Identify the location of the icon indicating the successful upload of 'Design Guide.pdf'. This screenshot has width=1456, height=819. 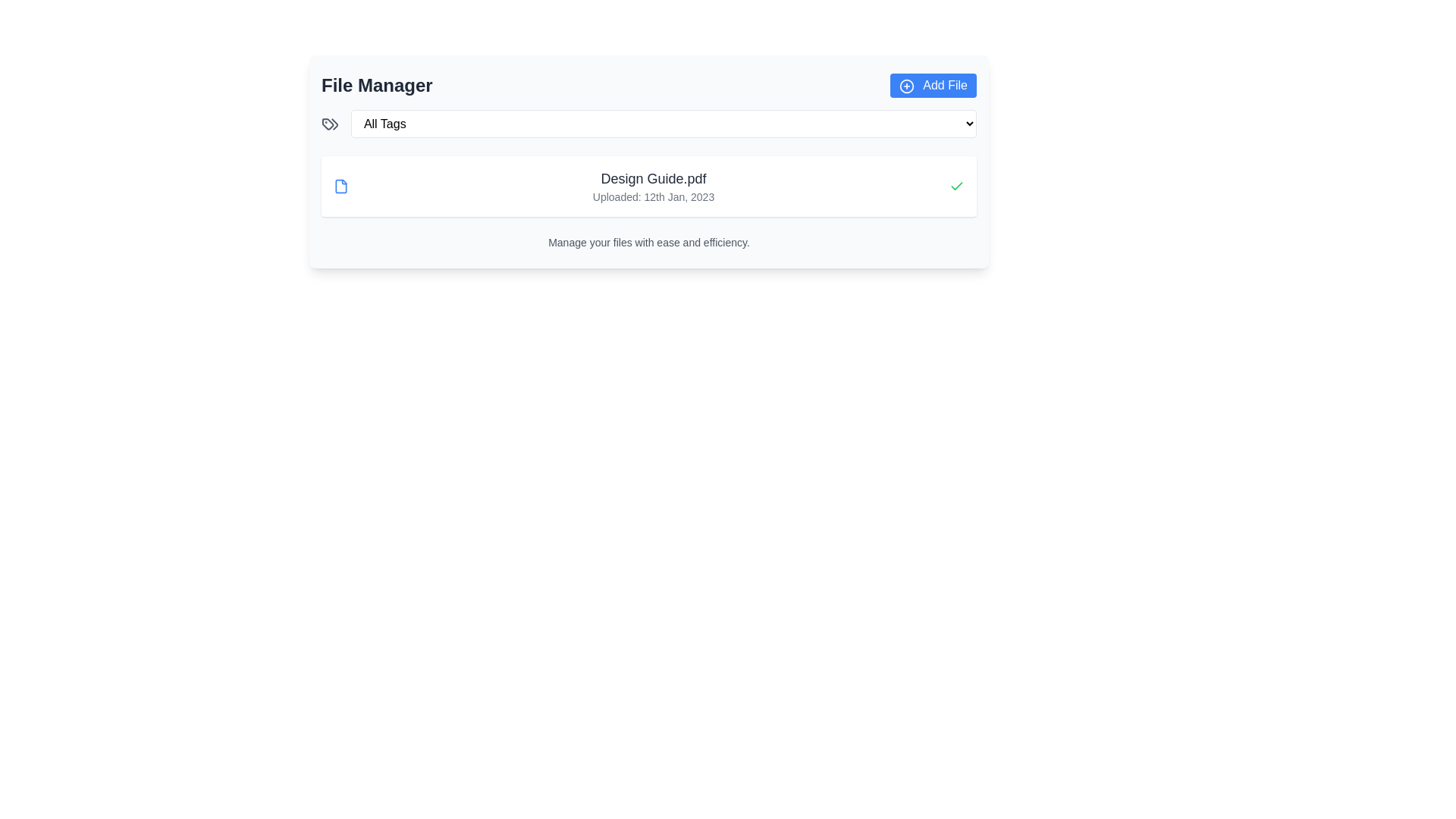
(956, 186).